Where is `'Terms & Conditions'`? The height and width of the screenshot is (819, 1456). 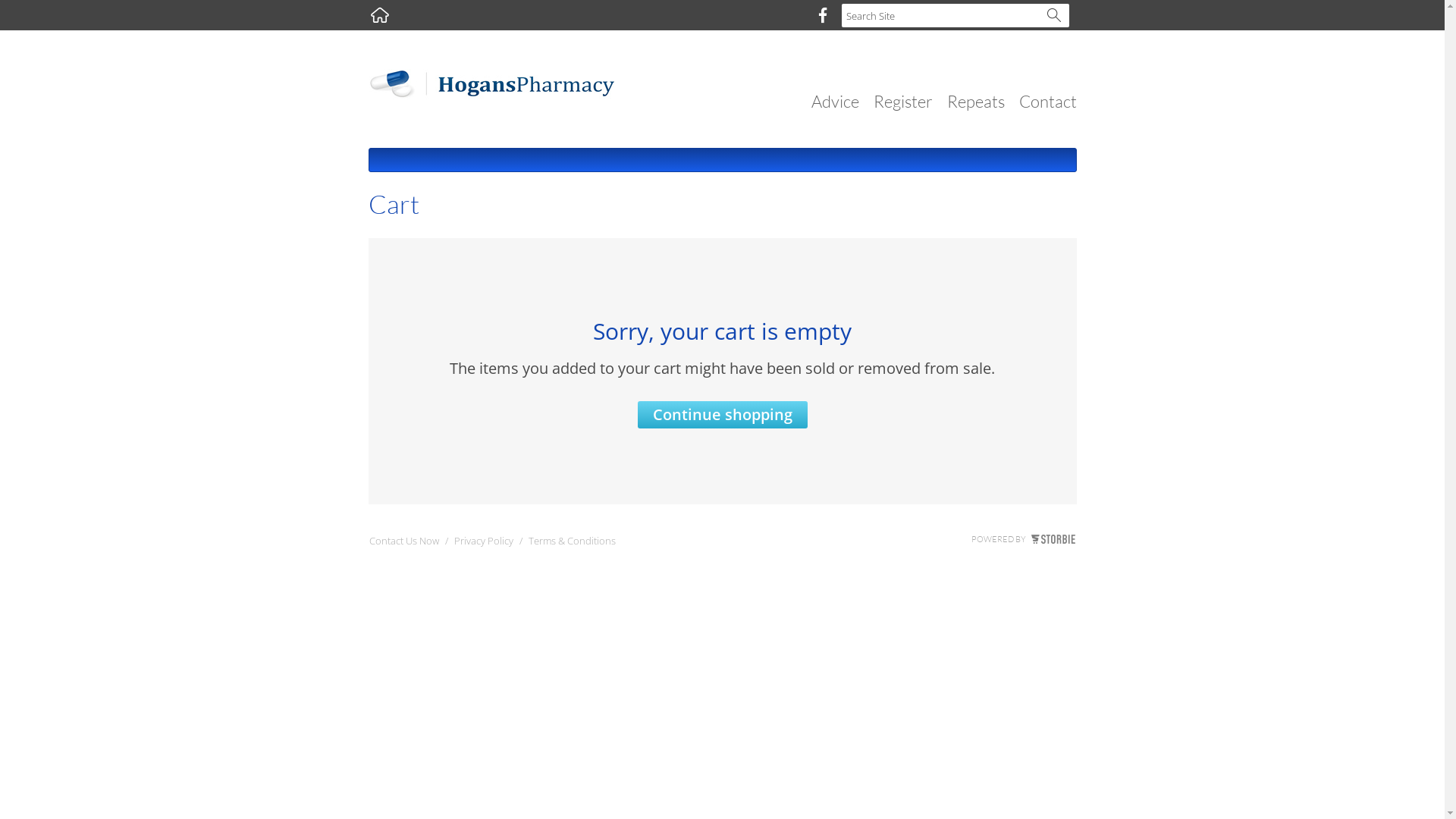
'Terms & Conditions' is located at coordinates (570, 543).